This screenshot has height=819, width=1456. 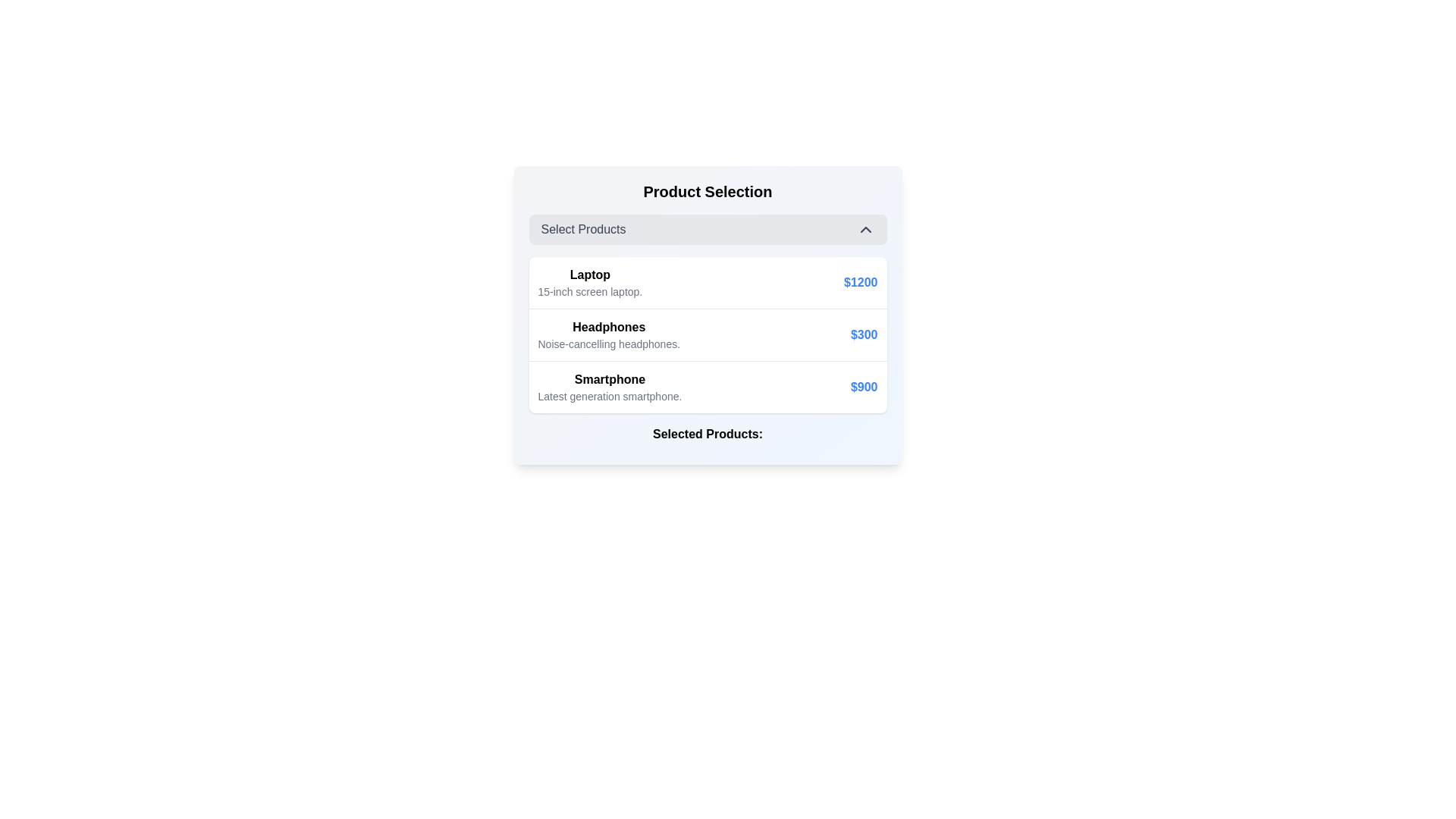 I want to click on the first selectable product item in the list, so click(x=707, y=283).